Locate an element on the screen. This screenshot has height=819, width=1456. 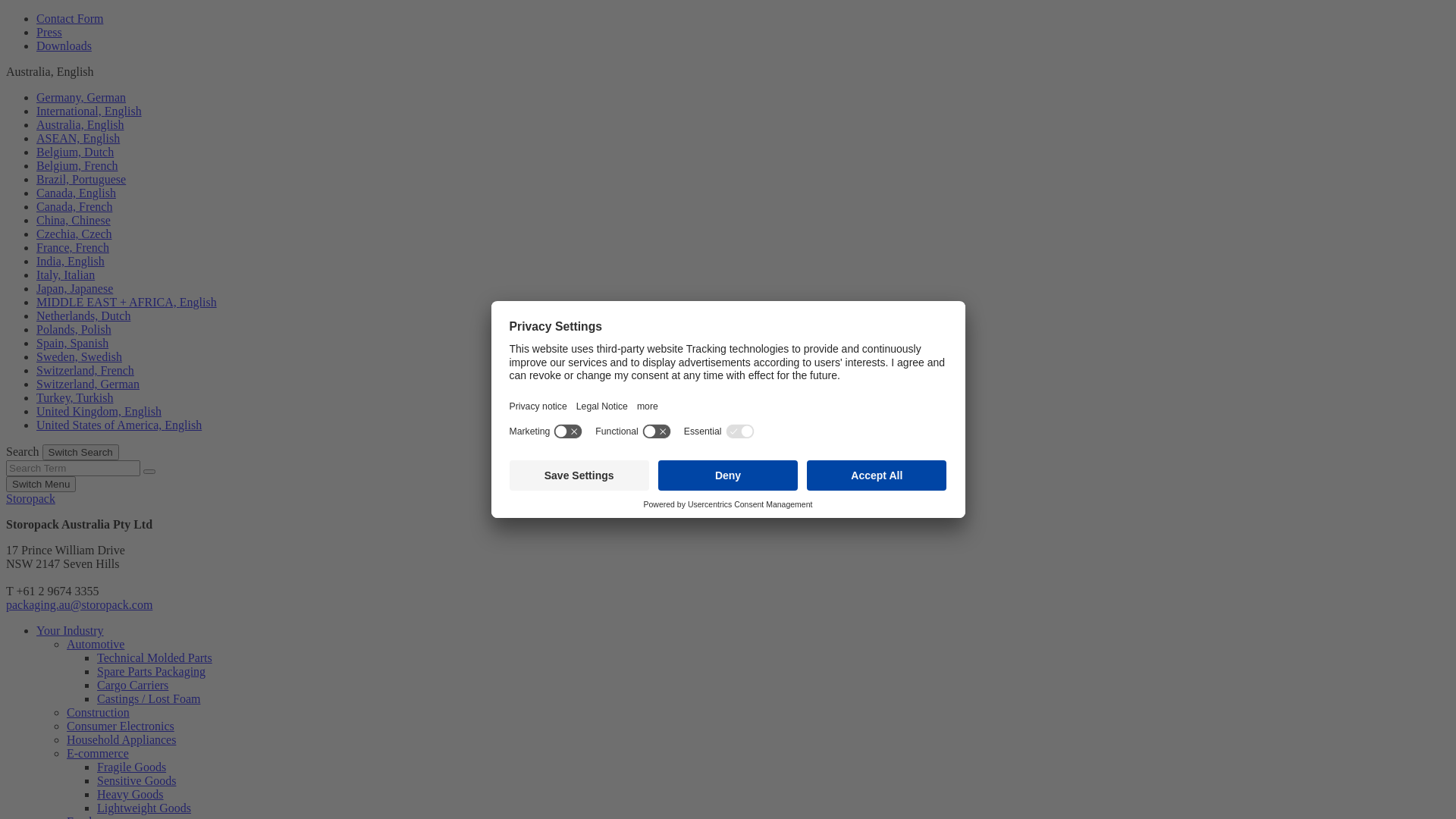
'China, Chinese' is located at coordinates (72, 220).